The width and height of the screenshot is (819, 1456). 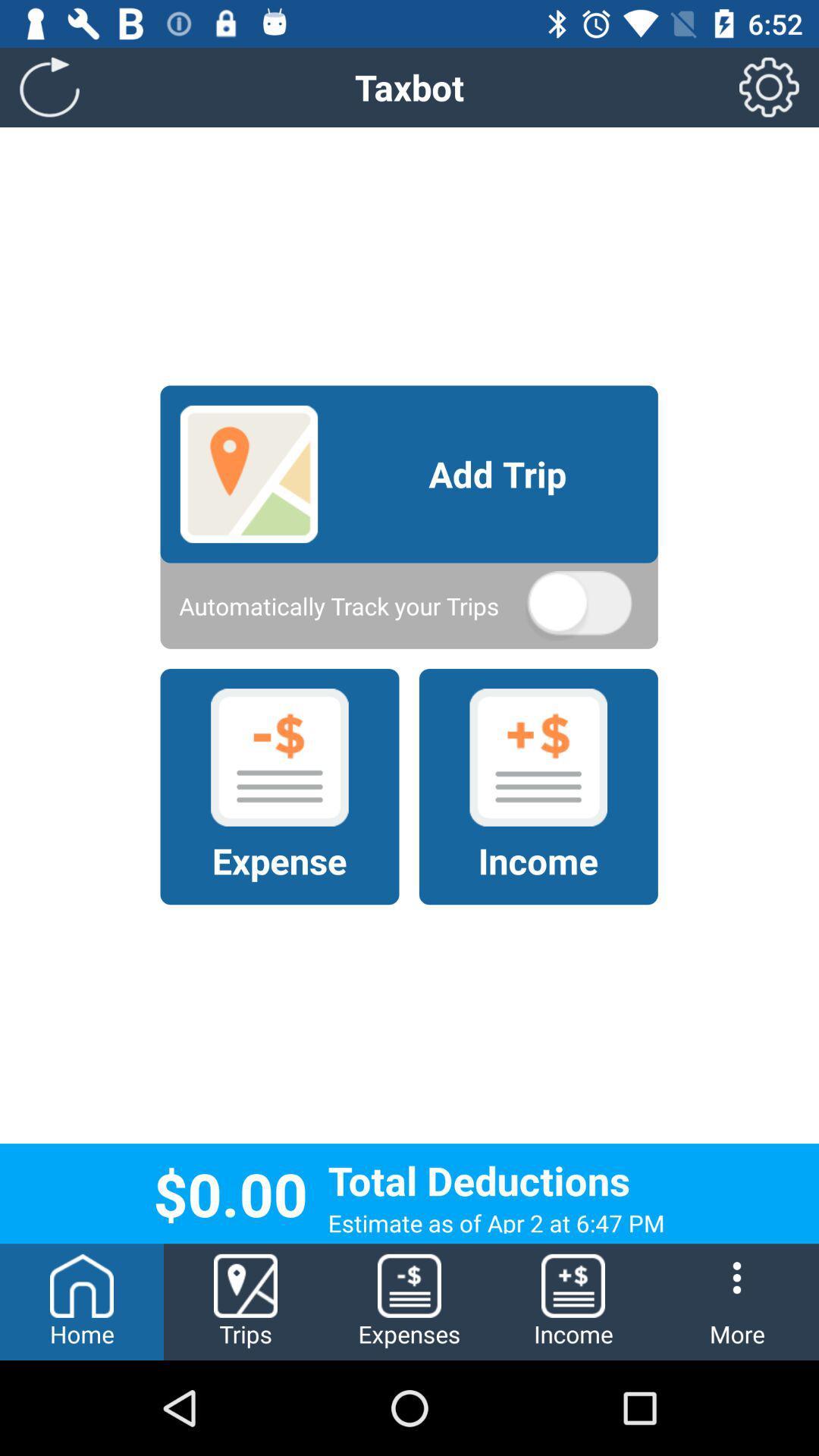 I want to click on icon next to automatically track your, so click(x=579, y=605).